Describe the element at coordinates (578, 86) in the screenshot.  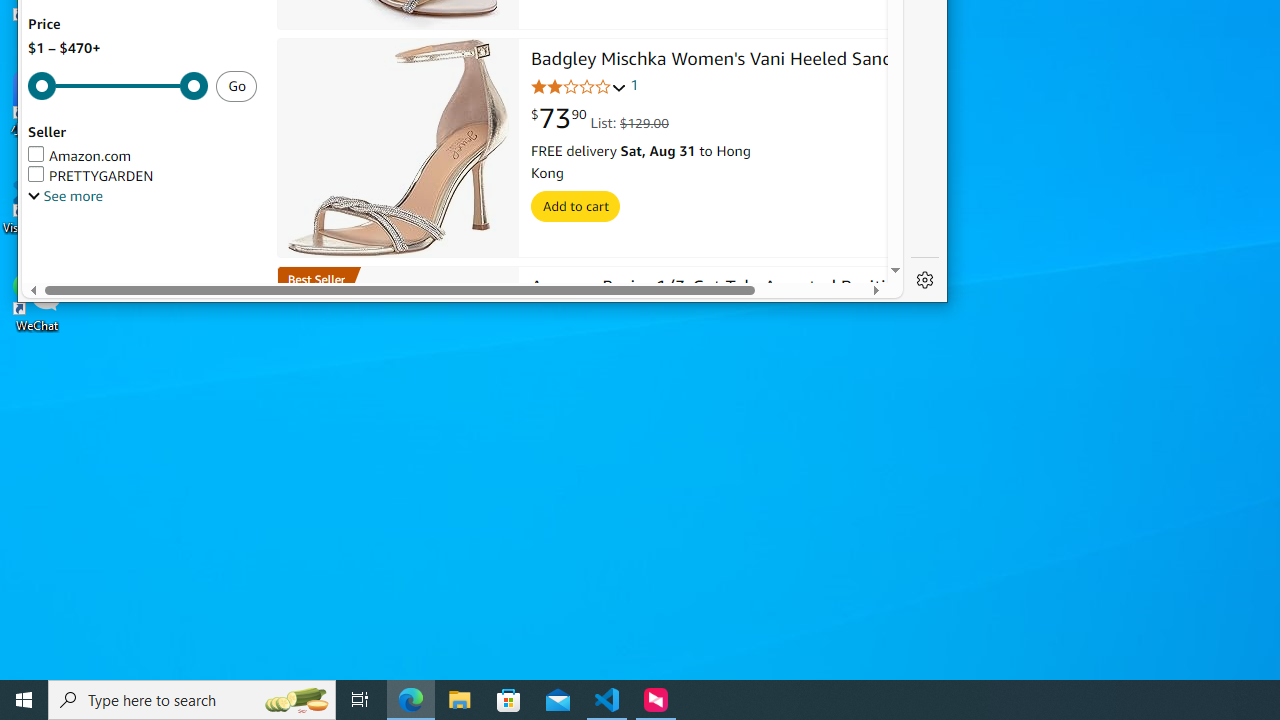
I see `'2.0 out of 5 stars'` at that location.